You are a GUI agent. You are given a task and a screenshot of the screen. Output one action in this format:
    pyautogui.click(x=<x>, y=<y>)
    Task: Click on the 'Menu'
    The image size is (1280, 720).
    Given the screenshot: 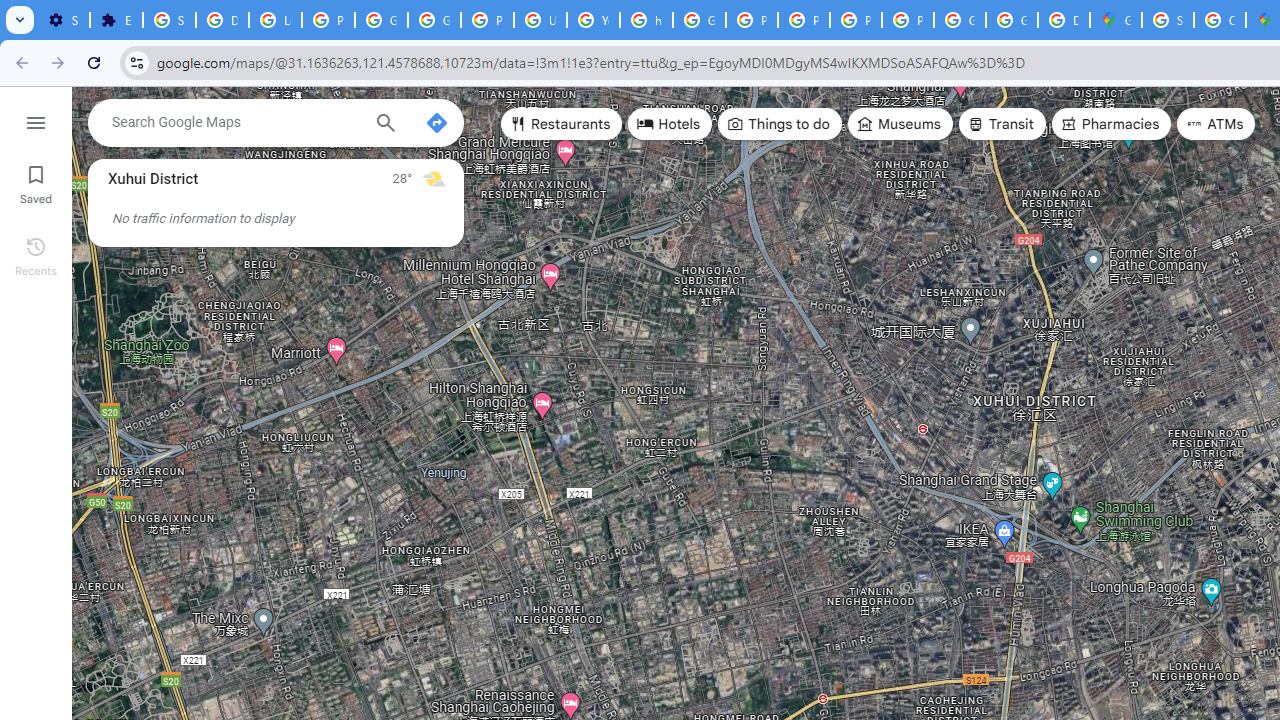 What is the action you would take?
    pyautogui.click(x=35, y=120)
    